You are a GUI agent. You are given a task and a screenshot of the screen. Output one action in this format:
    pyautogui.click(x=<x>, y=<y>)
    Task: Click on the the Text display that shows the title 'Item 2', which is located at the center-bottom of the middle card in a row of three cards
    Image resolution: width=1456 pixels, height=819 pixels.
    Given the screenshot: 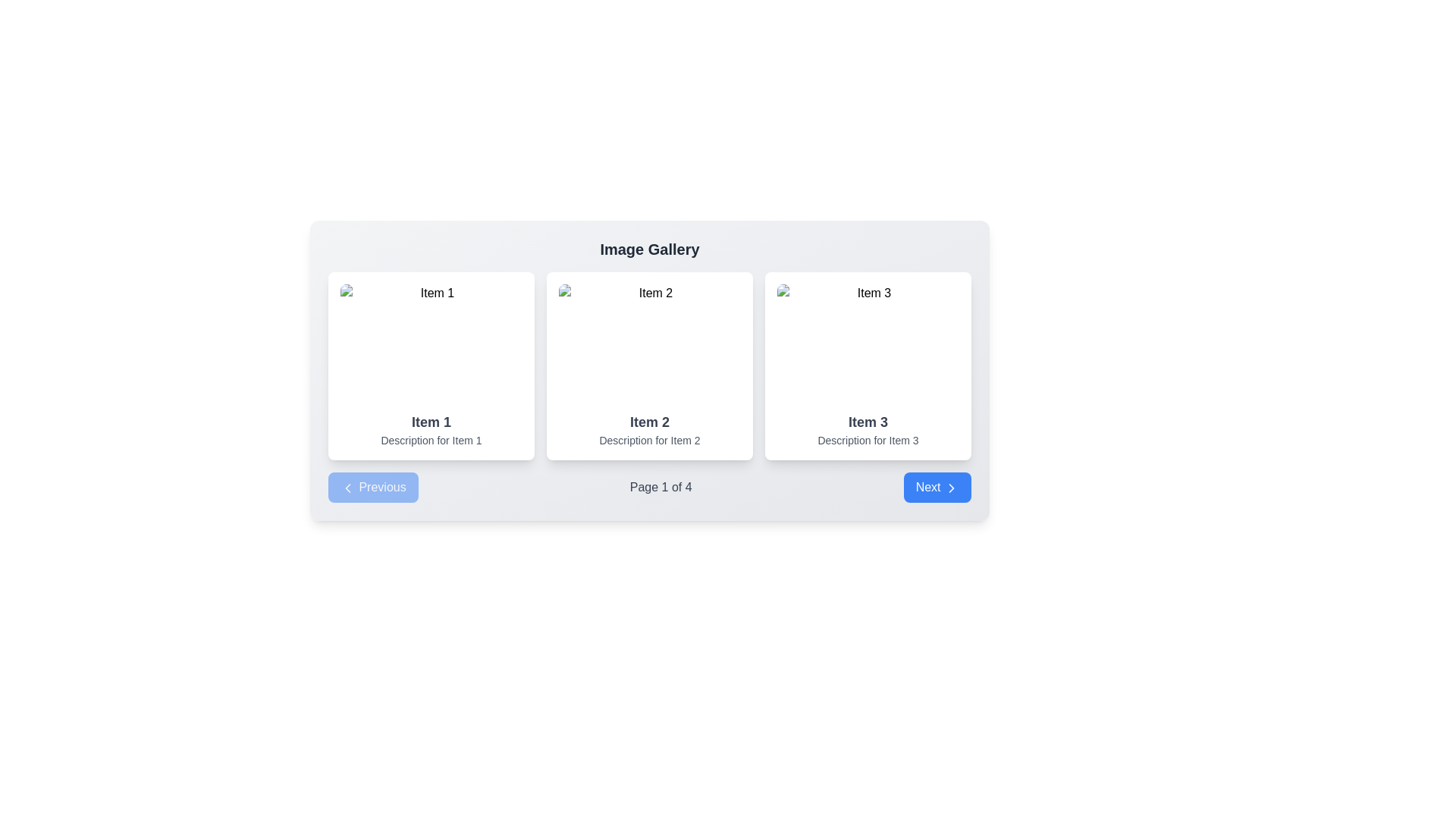 What is the action you would take?
    pyautogui.click(x=650, y=422)
    